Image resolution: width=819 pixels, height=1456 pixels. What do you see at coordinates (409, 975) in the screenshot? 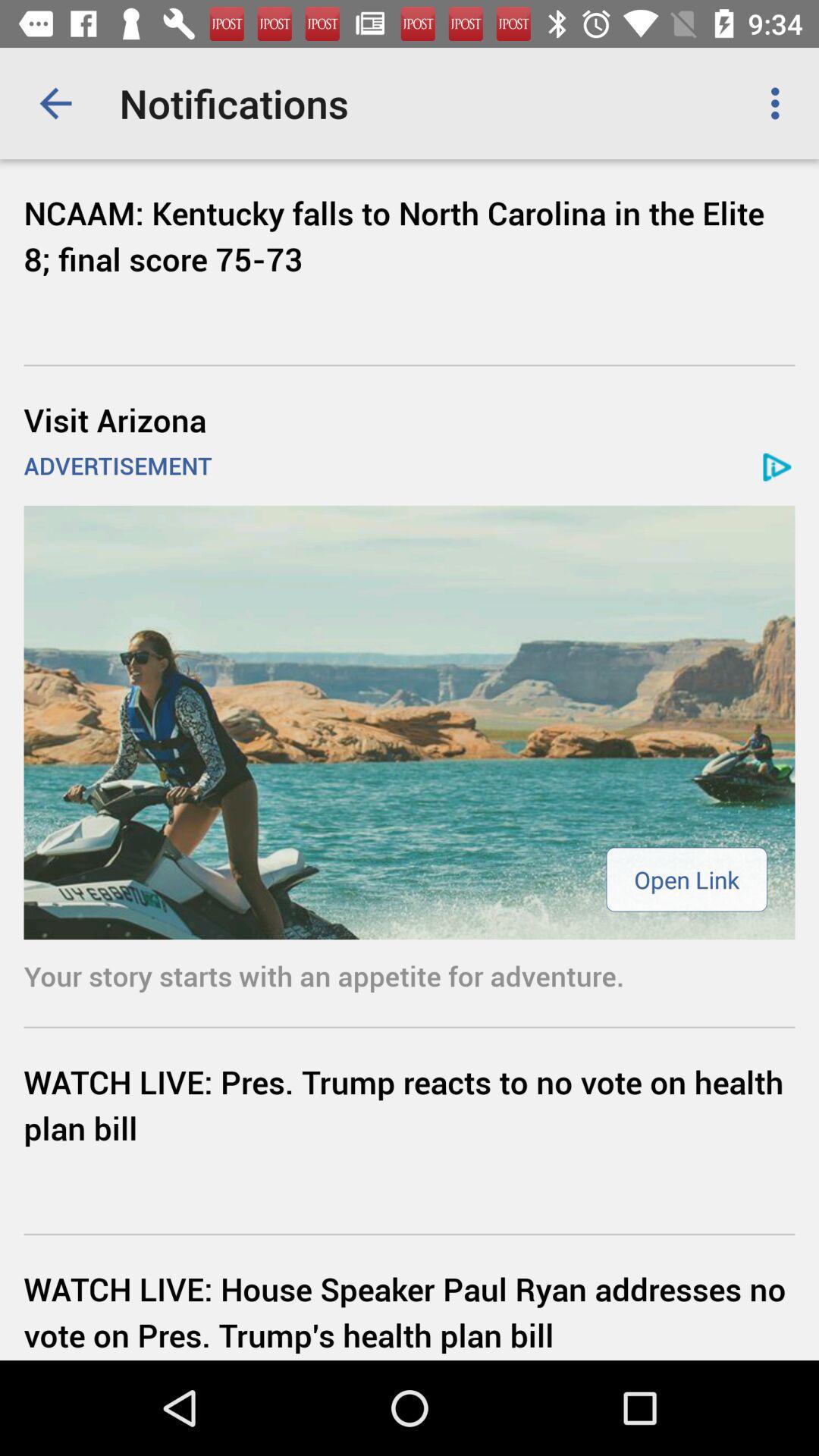
I see `the your story starts item` at bounding box center [409, 975].